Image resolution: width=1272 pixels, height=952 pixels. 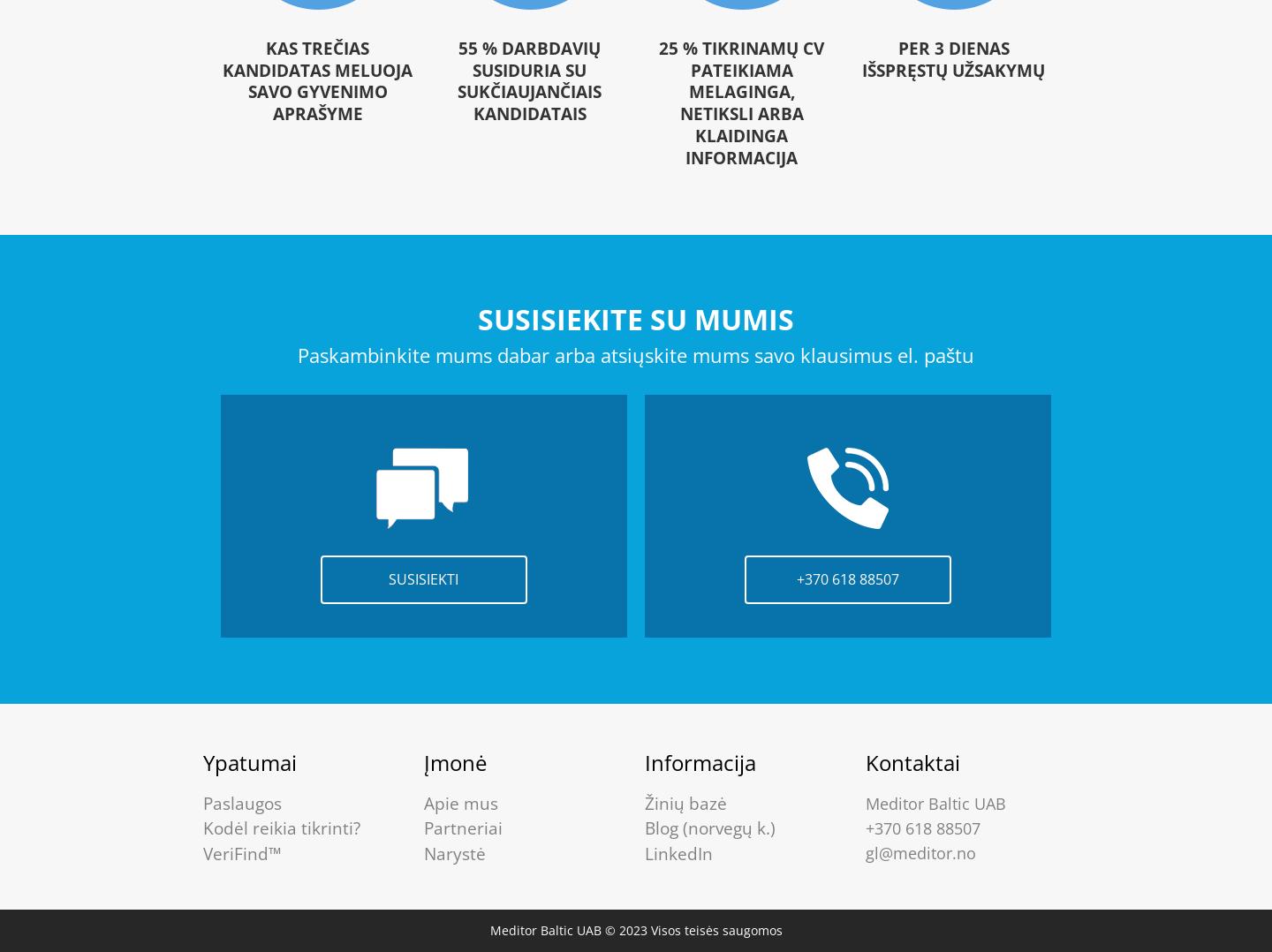 What do you see at coordinates (635, 929) in the screenshot?
I see `'Meditor Baltic UAB © 2023 Visos teisės saugomos'` at bounding box center [635, 929].